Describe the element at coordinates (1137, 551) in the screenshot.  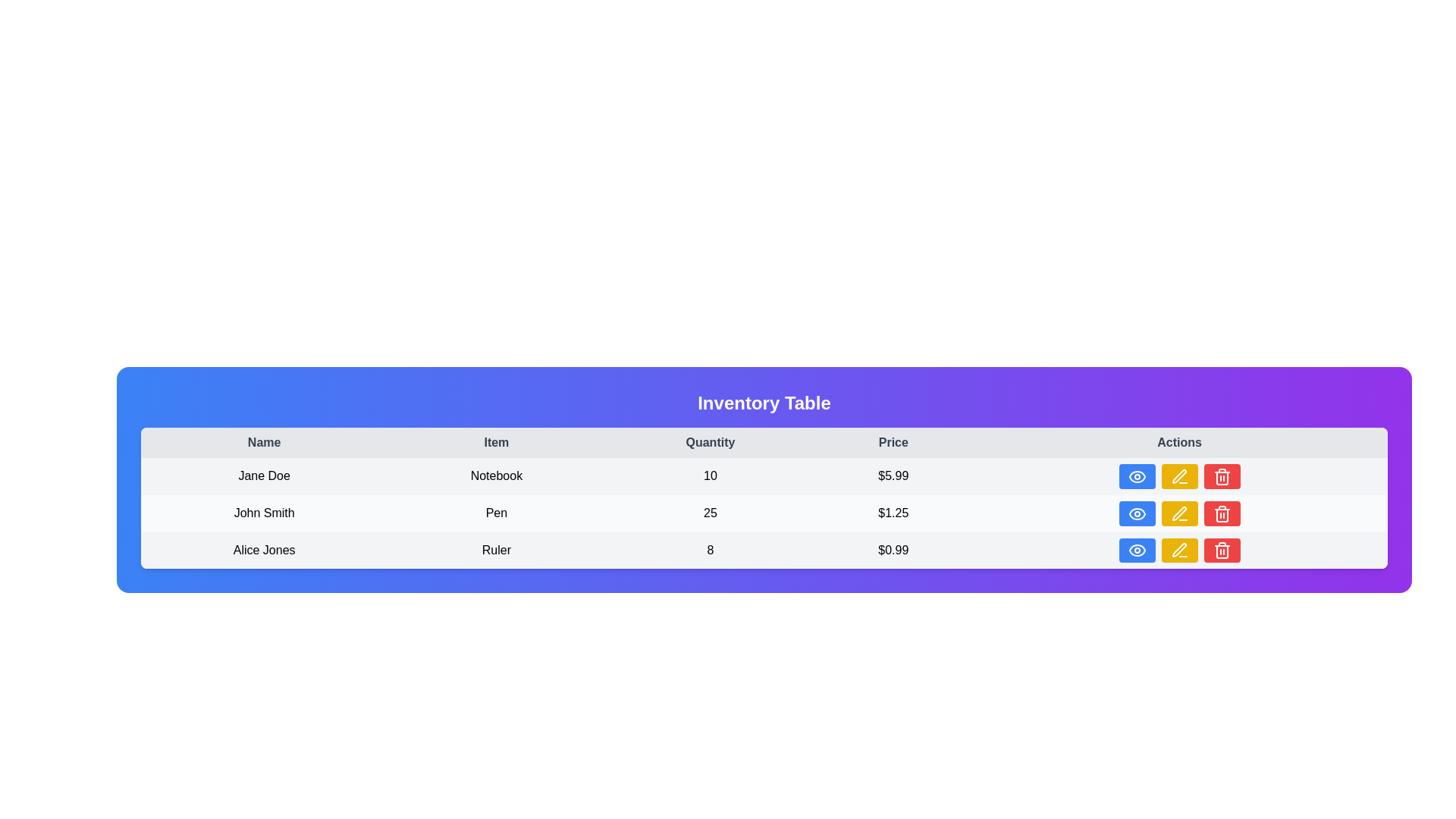
I see `the preview button located in the rightmost column of the last row in the table, which is positioned next to the edit and delete buttons` at that location.